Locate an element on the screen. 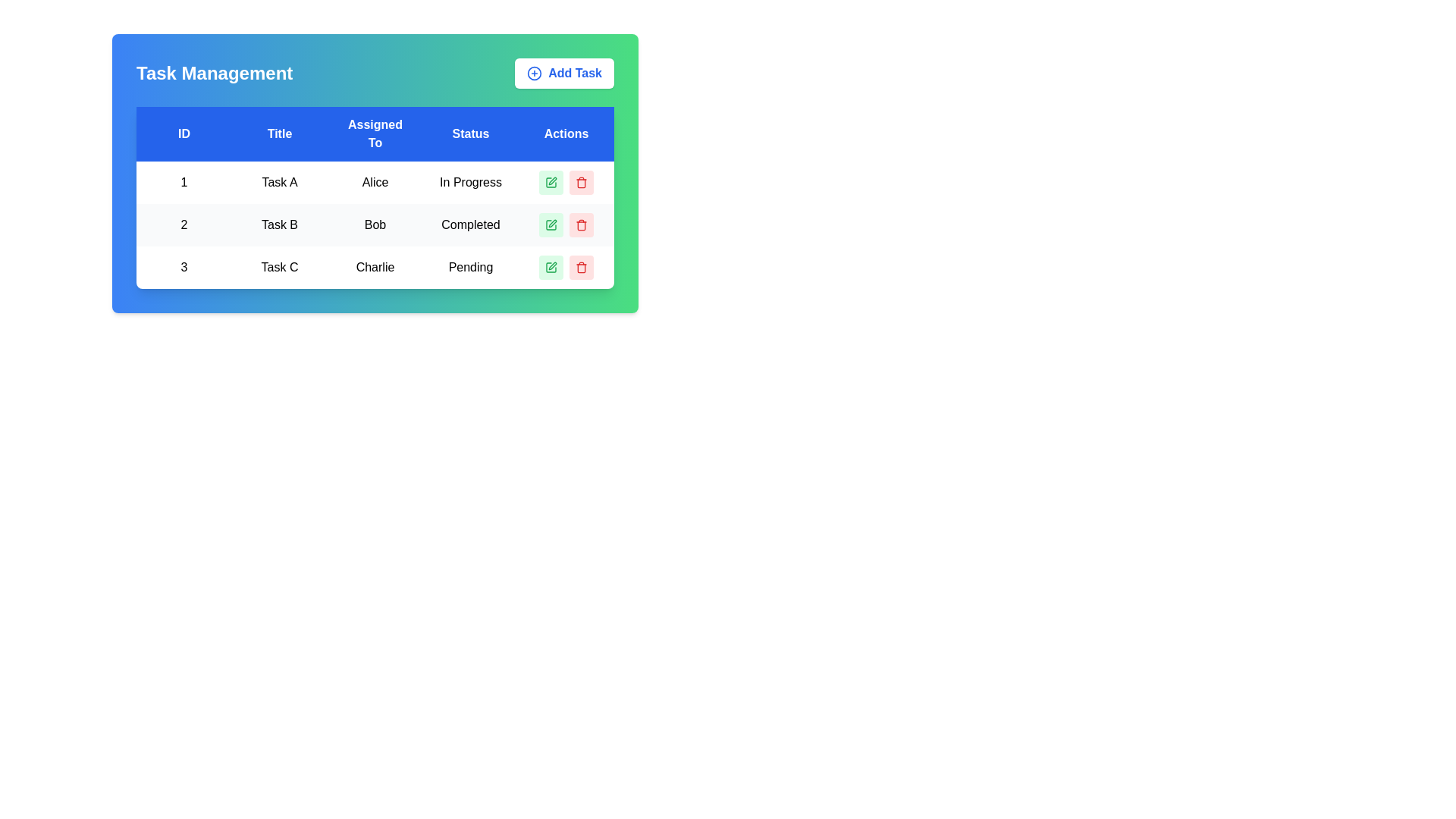 This screenshot has height=819, width=1456. the Text label in the second column of the first row of the tasks table, which displays the title of a specific task is located at coordinates (280, 181).